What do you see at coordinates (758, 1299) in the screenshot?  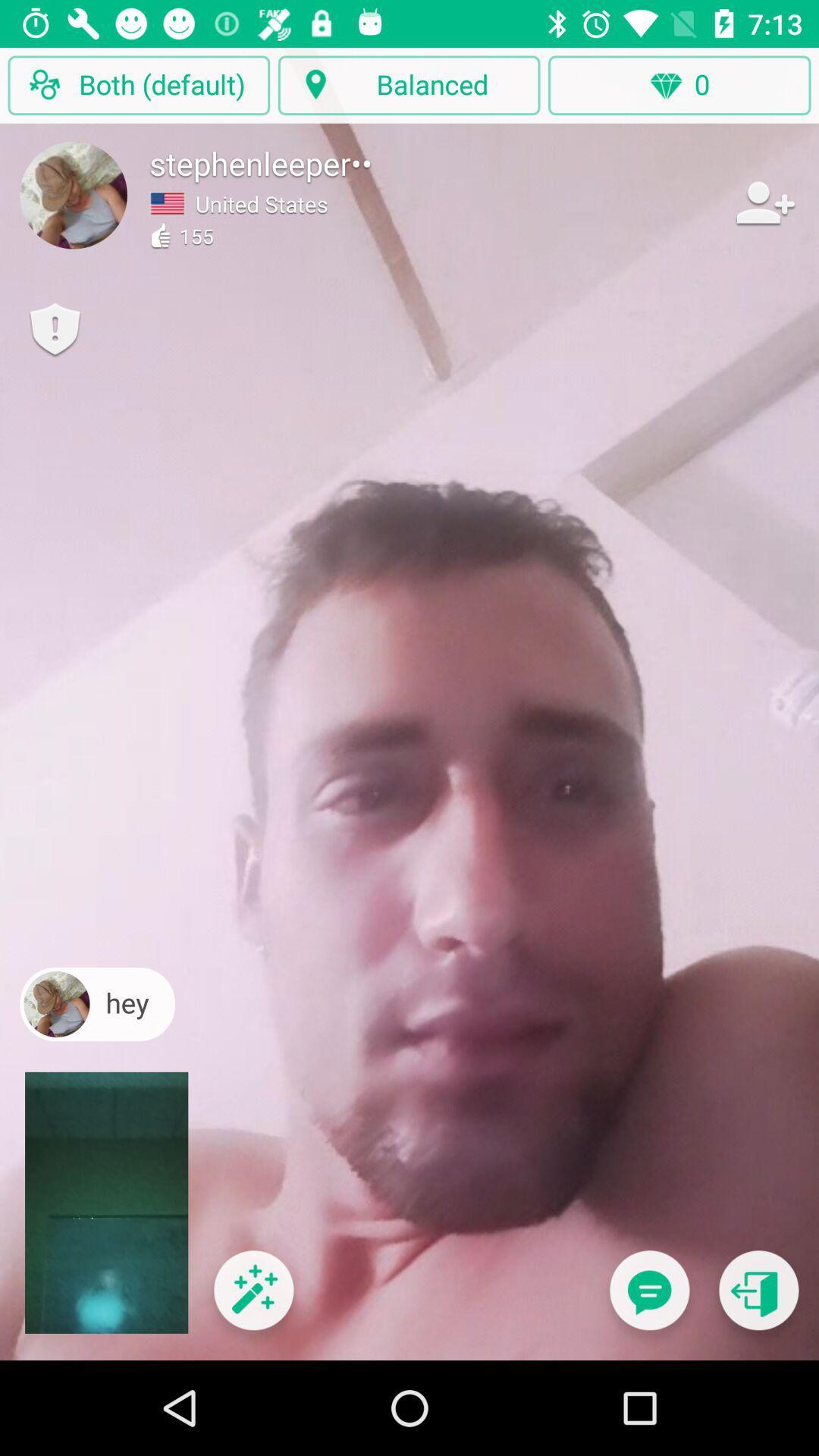 I see `exit button` at bounding box center [758, 1299].